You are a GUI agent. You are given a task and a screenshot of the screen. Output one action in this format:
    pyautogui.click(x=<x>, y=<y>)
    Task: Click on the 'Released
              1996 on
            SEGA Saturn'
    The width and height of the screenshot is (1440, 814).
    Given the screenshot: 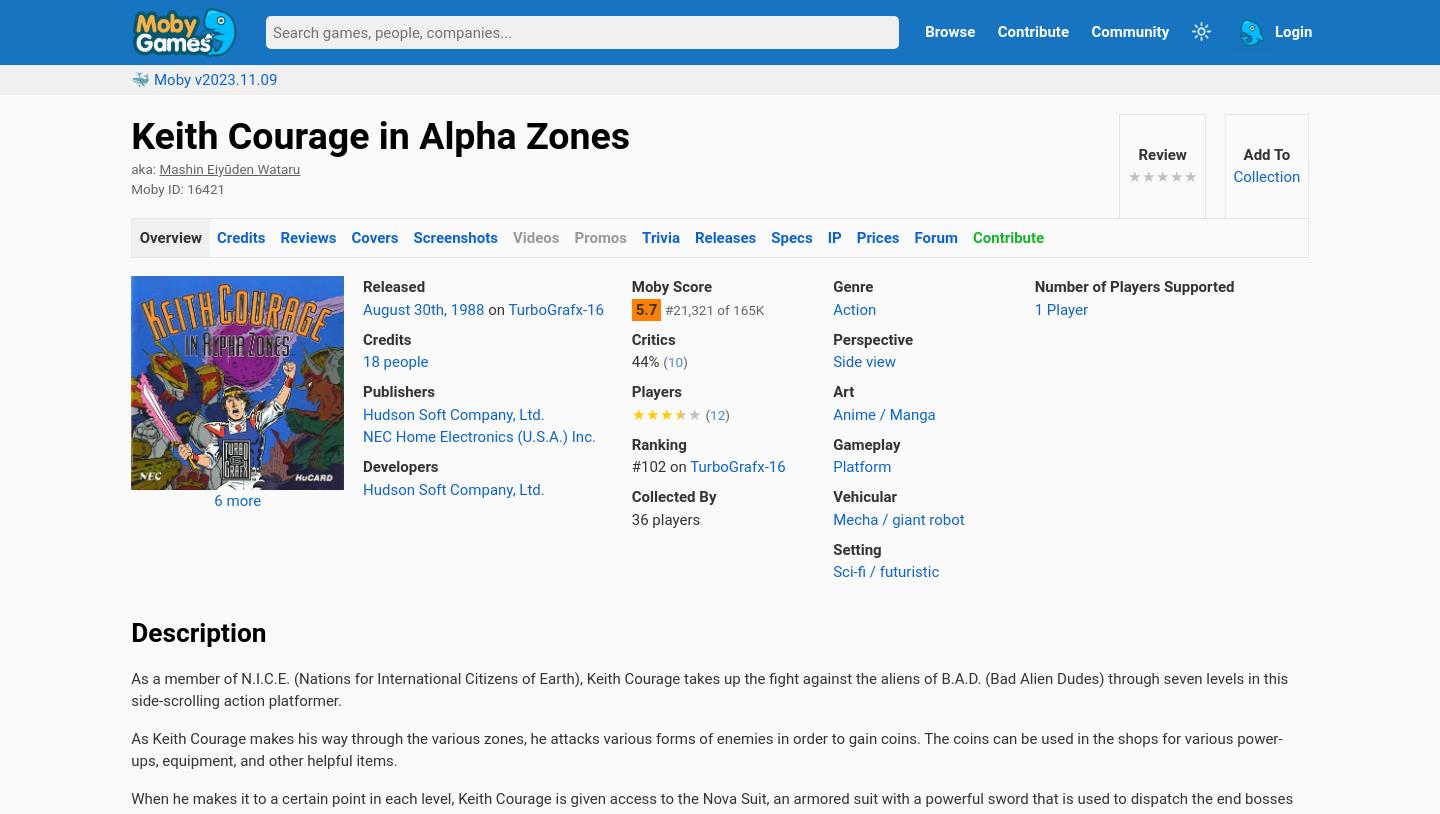 What is the action you would take?
    pyautogui.click(x=695, y=704)
    